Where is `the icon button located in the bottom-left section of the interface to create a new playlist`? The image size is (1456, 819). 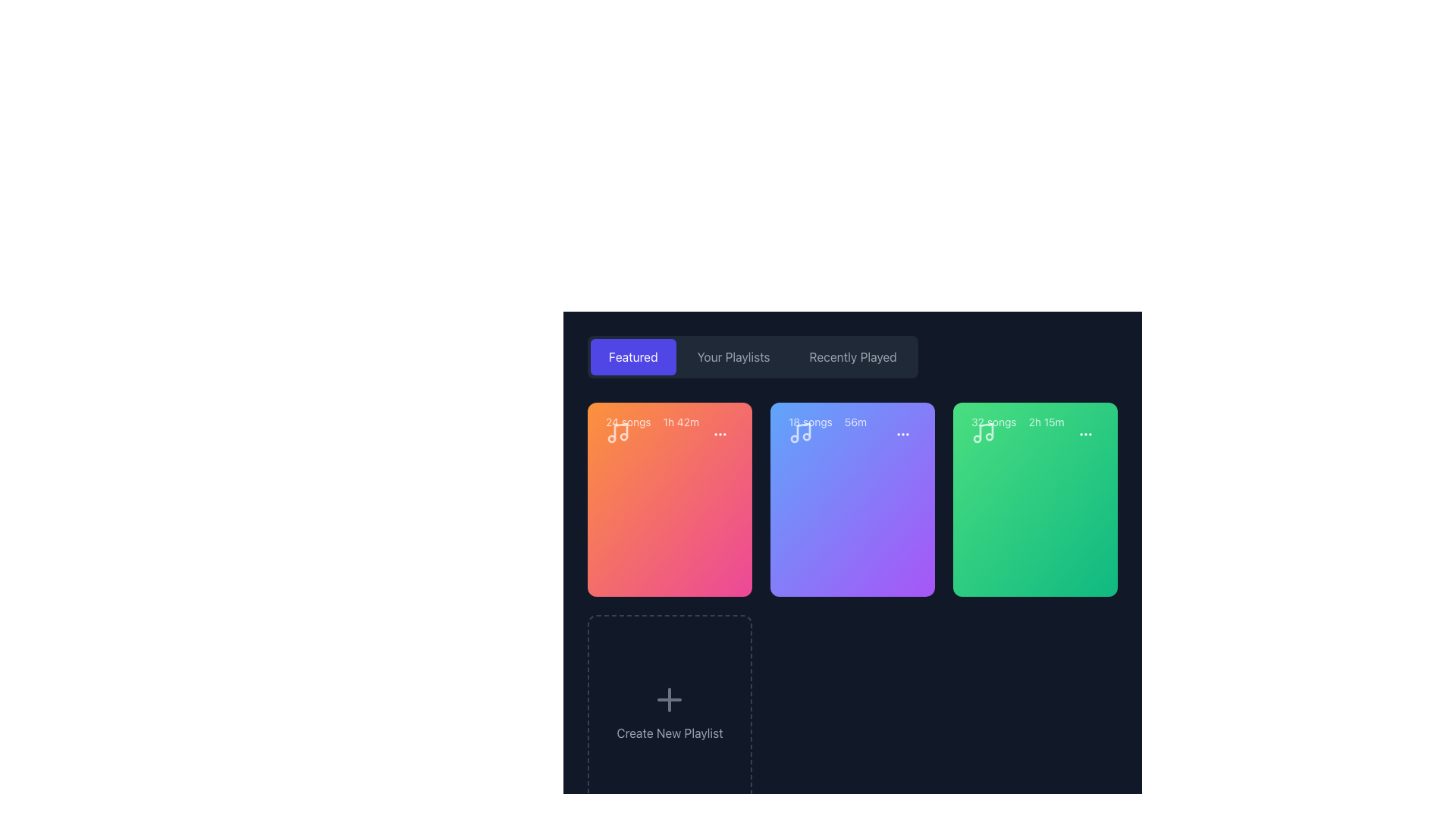
the icon button located in the bottom-left section of the interface to create a new playlist is located at coordinates (669, 699).